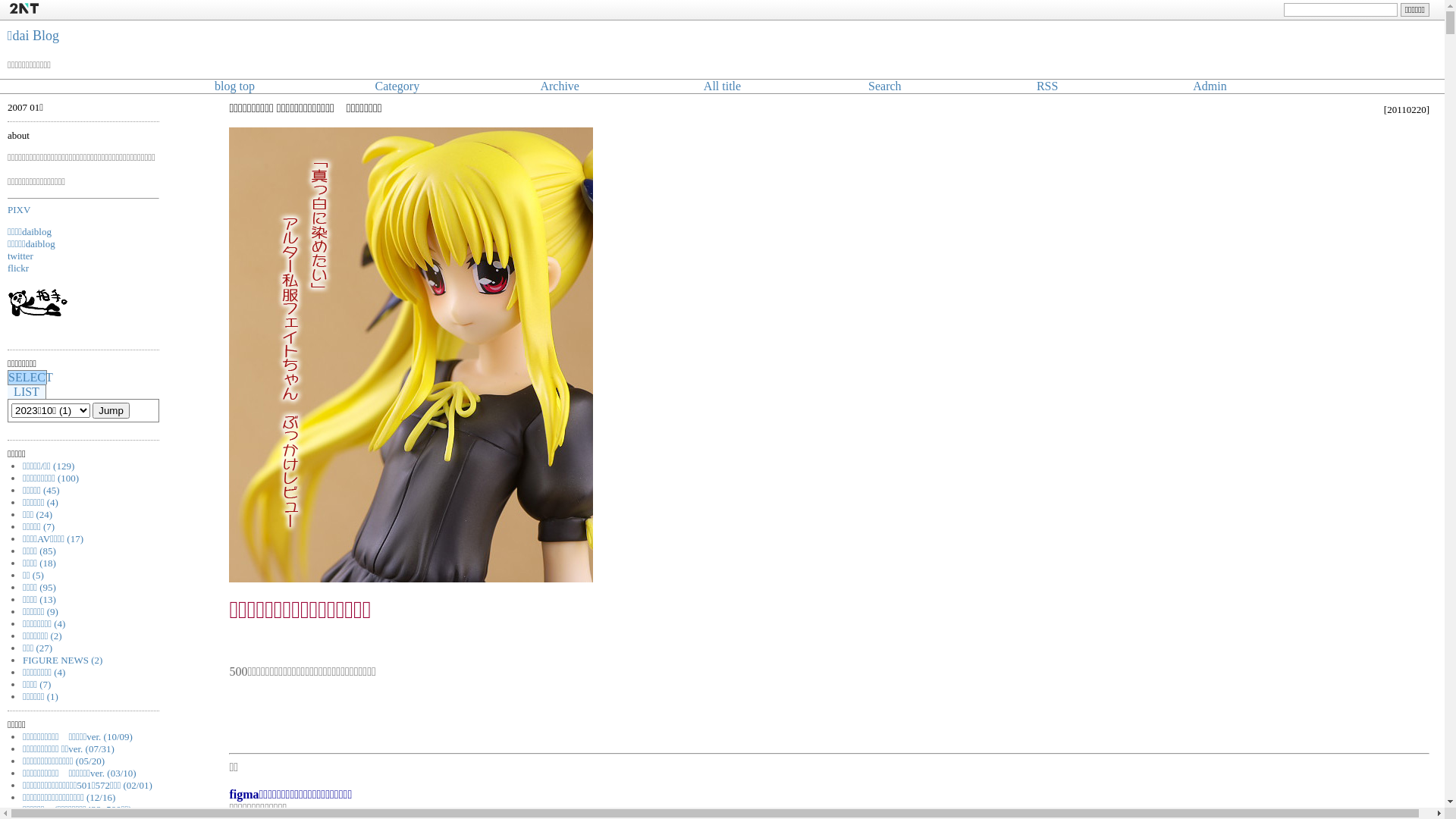 The width and height of the screenshot is (1456, 819). Describe the element at coordinates (884, 86) in the screenshot. I see `'Search'` at that location.